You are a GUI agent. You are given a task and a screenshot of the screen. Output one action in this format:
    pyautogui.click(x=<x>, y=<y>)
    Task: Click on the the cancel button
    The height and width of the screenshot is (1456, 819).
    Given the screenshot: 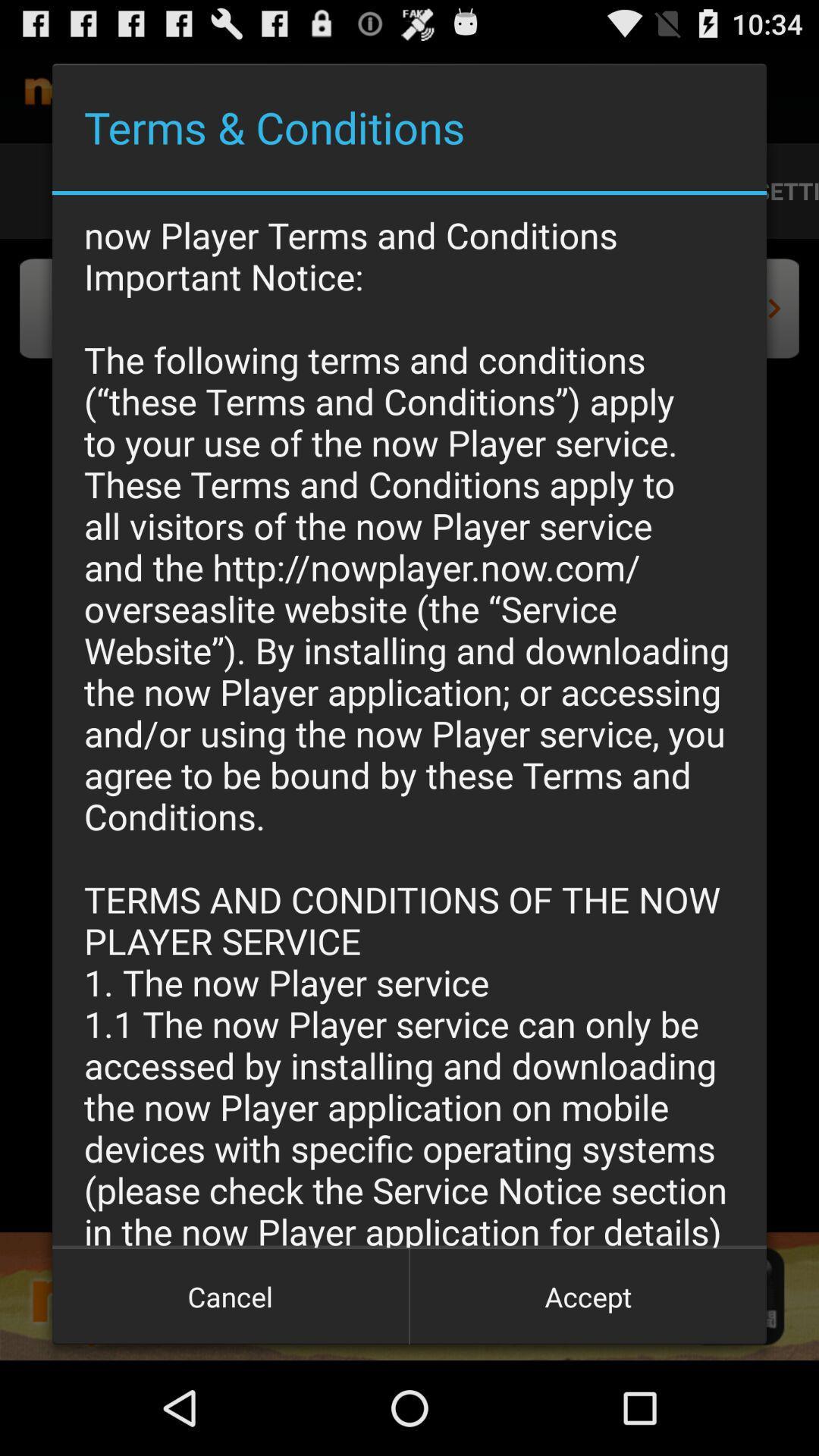 What is the action you would take?
    pyautogui.click(x=231, y=1295)
    